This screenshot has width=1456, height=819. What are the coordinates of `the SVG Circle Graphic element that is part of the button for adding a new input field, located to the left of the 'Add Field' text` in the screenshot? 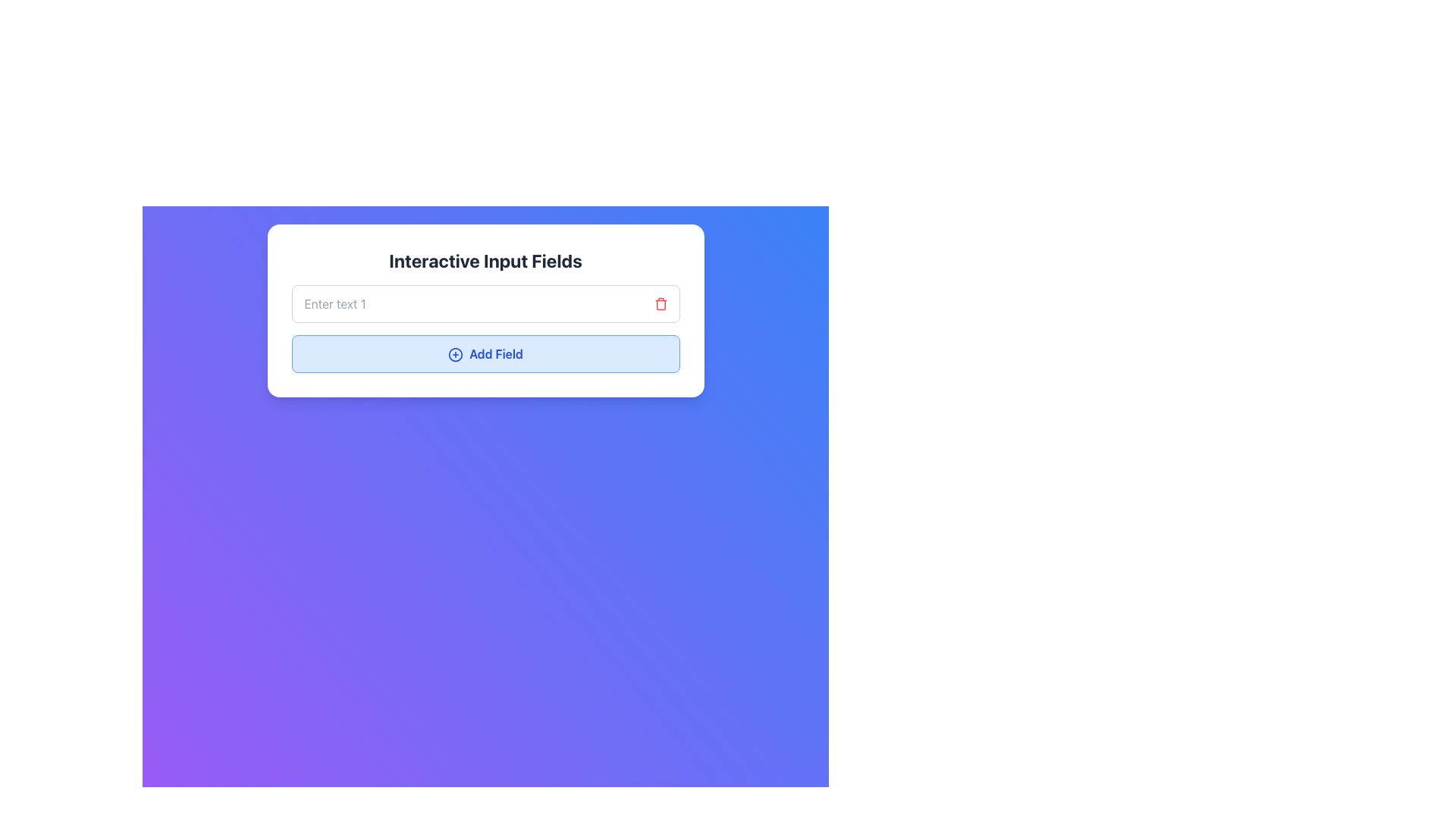 It's located at (455, 354).